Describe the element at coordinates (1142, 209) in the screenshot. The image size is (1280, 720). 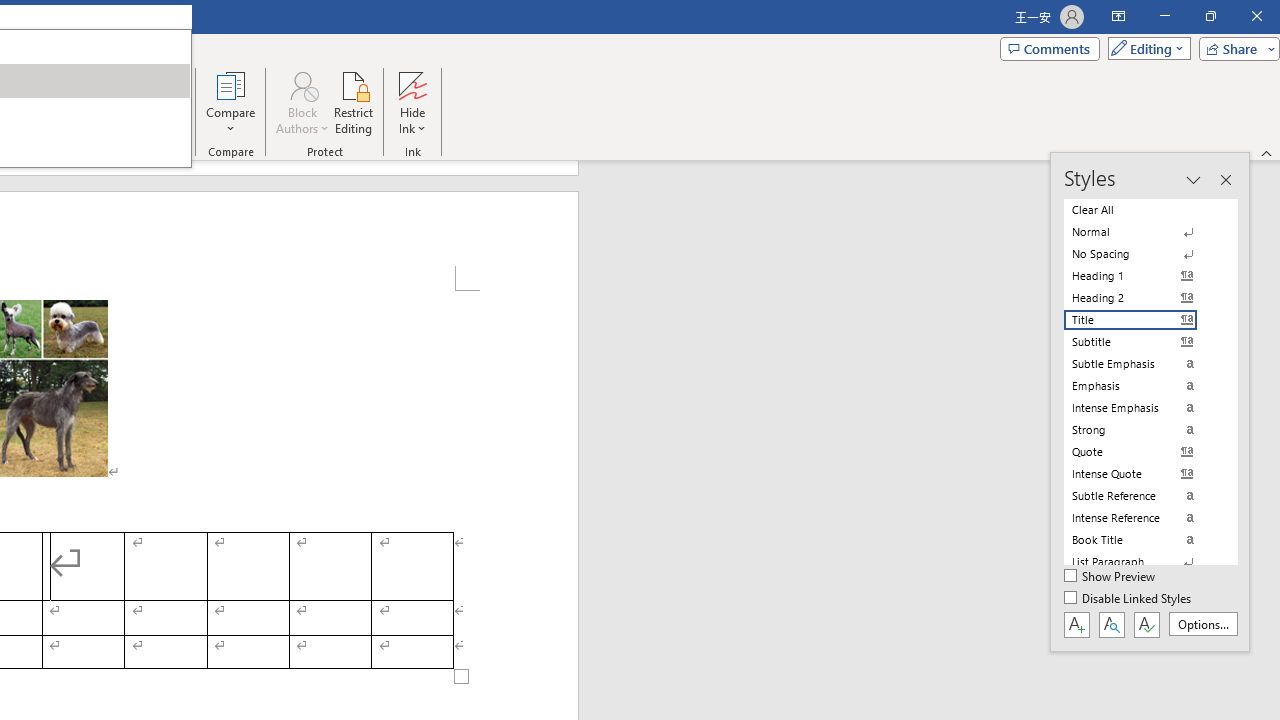
I see `'Clear All'` at that location.